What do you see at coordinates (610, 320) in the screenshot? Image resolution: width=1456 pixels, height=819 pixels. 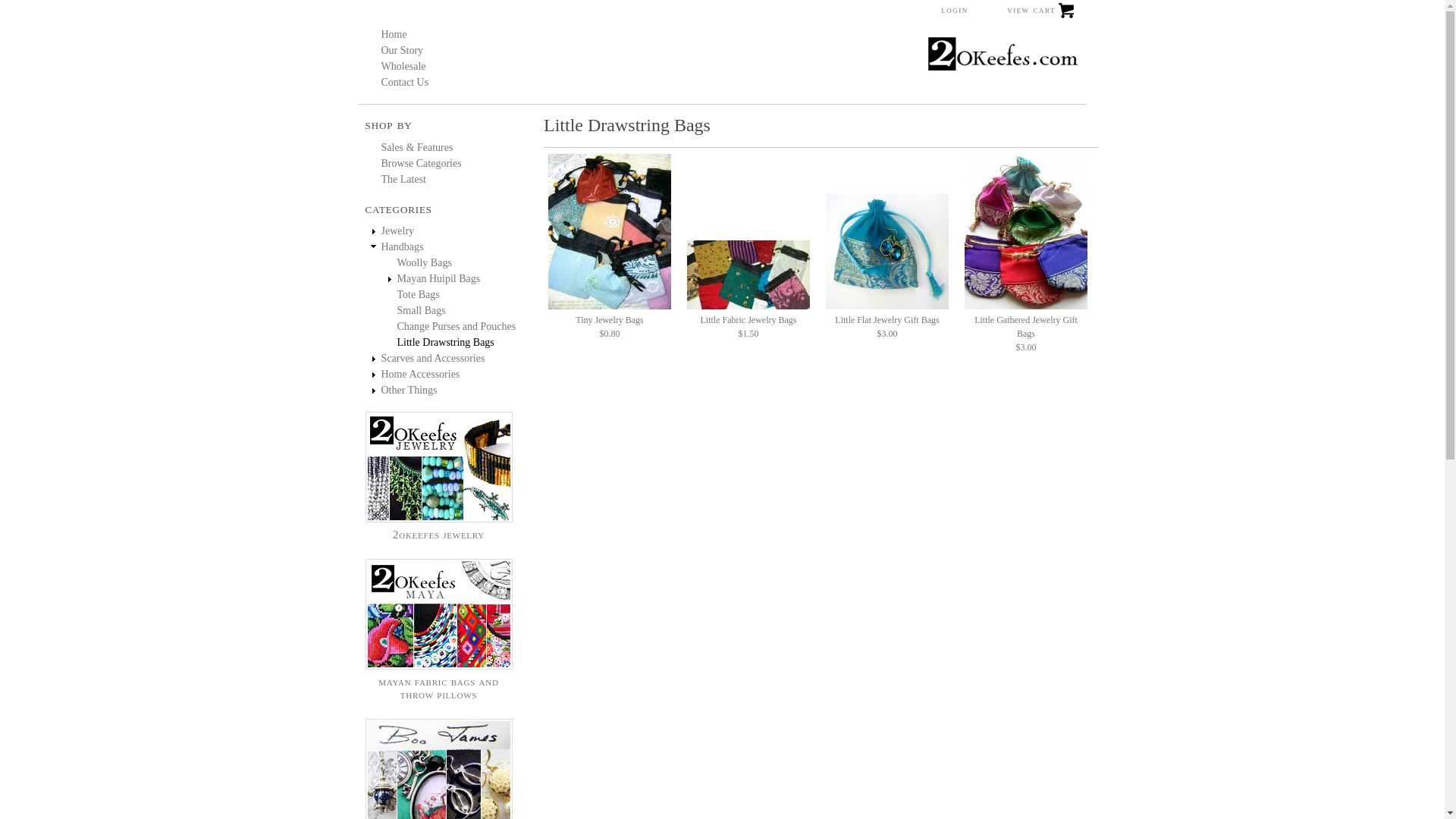 I see `'Tiny Jewelry Bags` at bounding box center [610, 320].